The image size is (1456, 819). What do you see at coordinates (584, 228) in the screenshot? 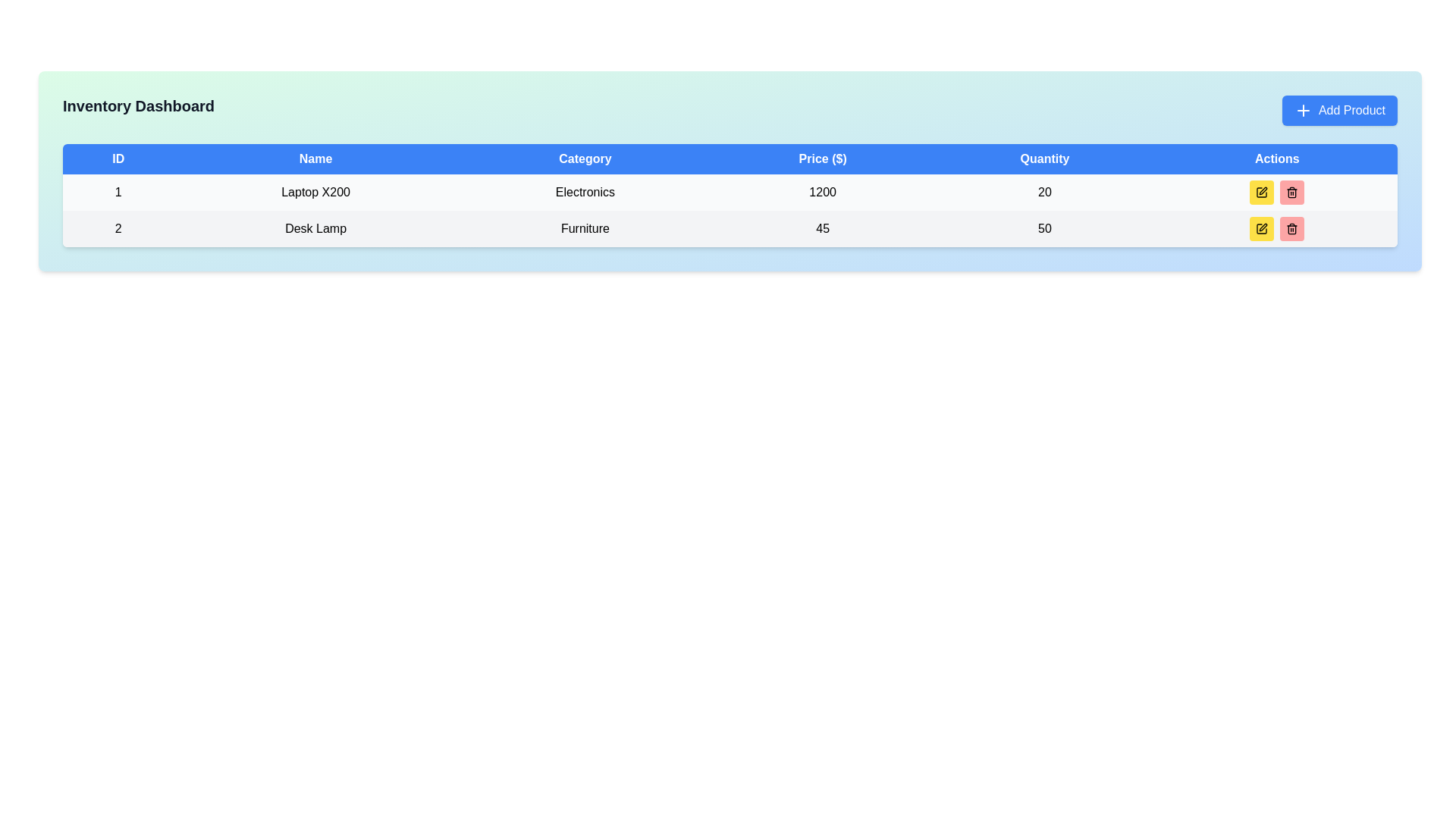
I see `the text label containing the word 'Furniture' in the third cell of the second row of the table` at bounding box center [584, 228].